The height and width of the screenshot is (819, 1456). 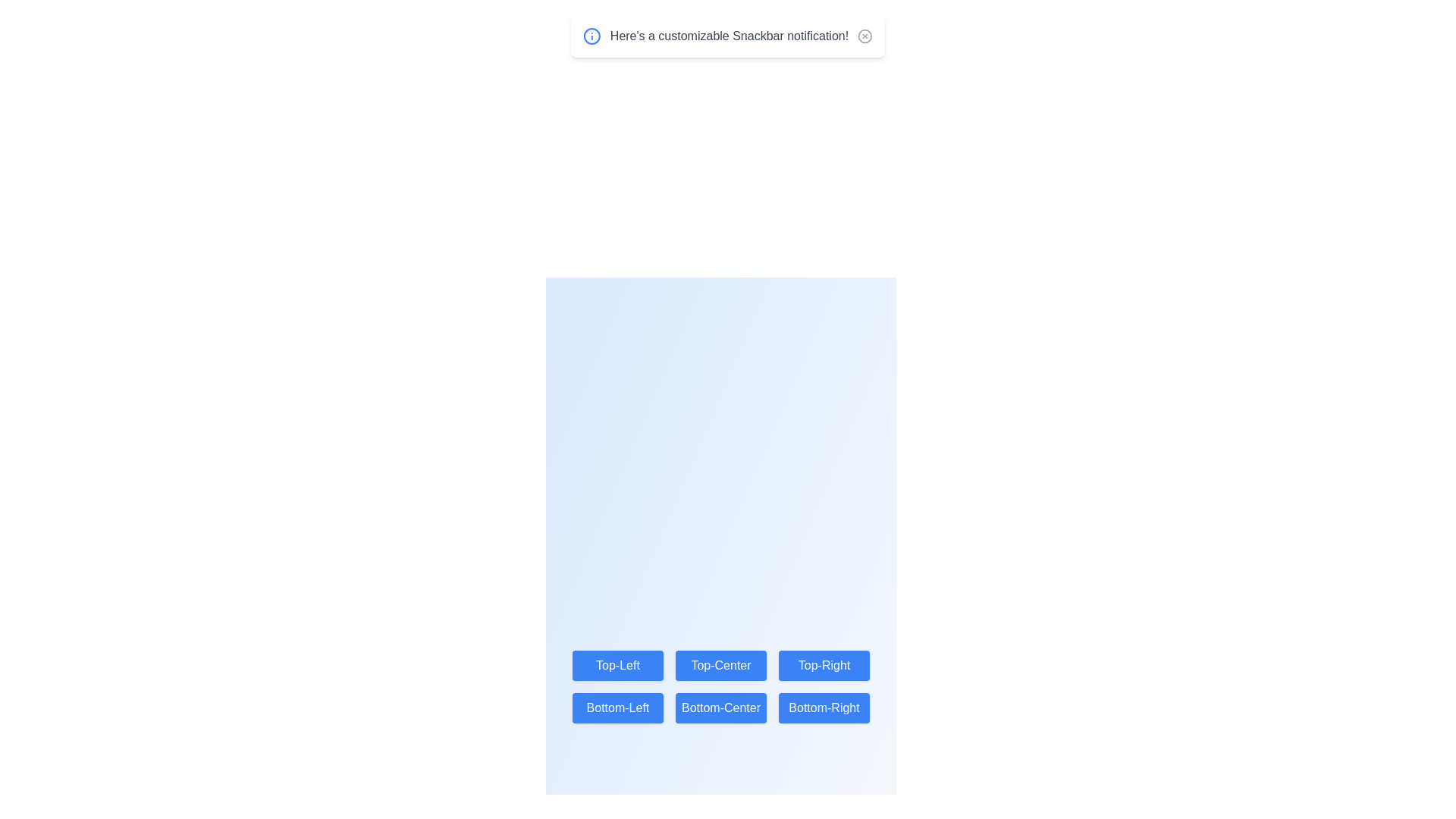 What do you see at coordinates (720, 665) in the screenshot?
I see `the button labeled Top-Center to change the Snackbar position` at bounding box center [720, 665].